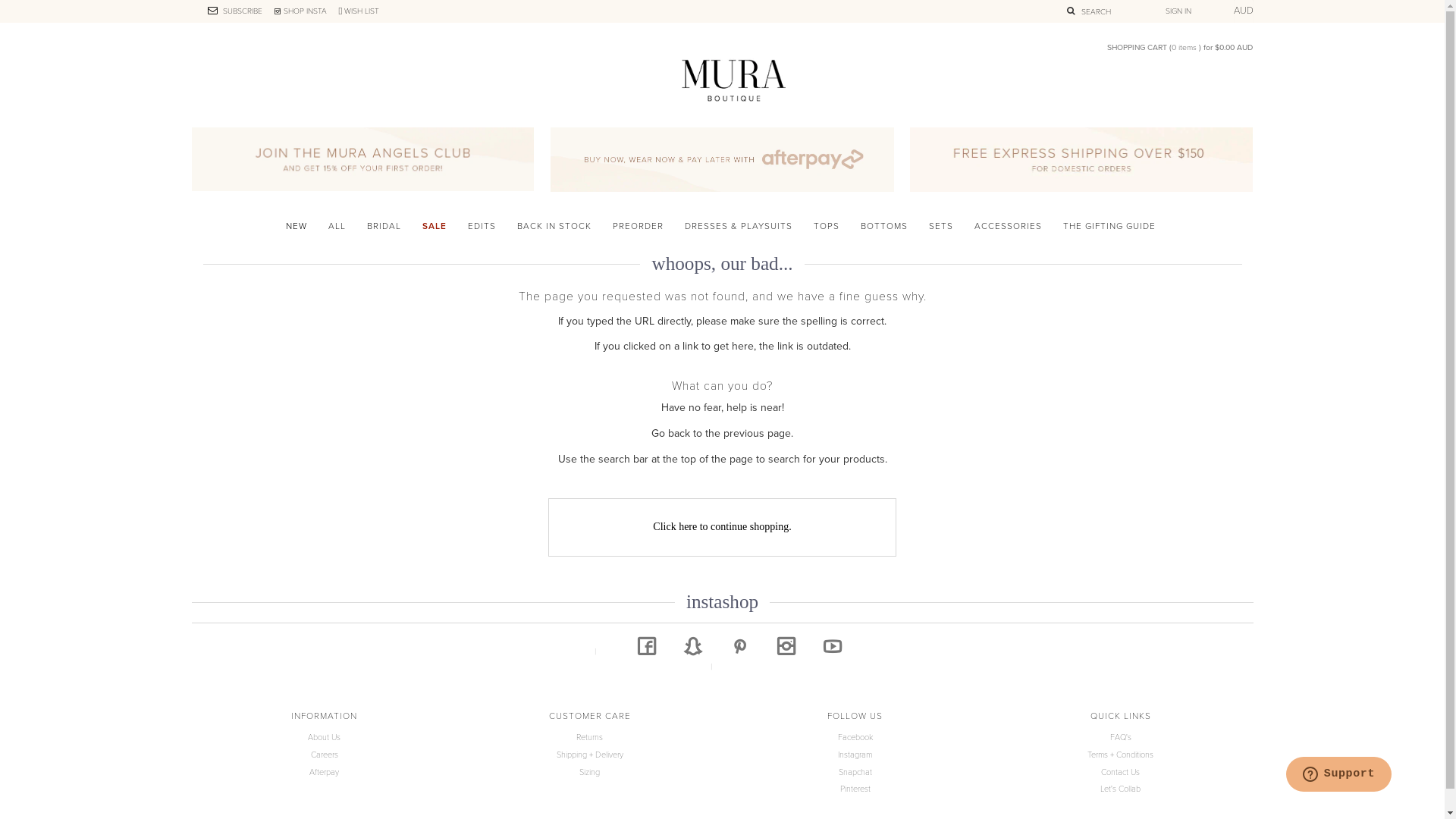  What do you see at coordinates (578, 772) in the screenshot?
I see `'Sizing'` at bounding box center [578, 772].